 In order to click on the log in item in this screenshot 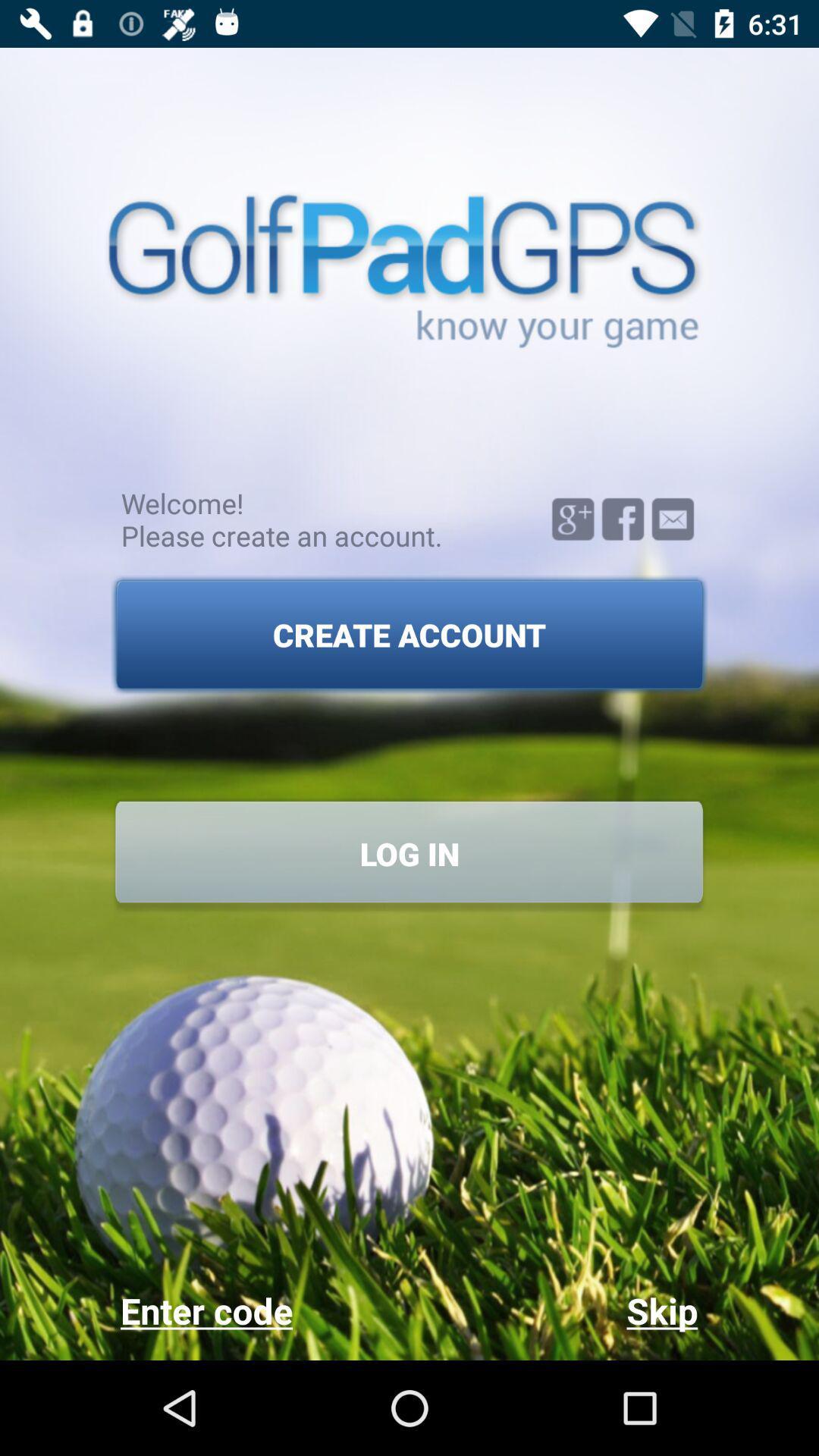, I will do `click(409, 853)`.